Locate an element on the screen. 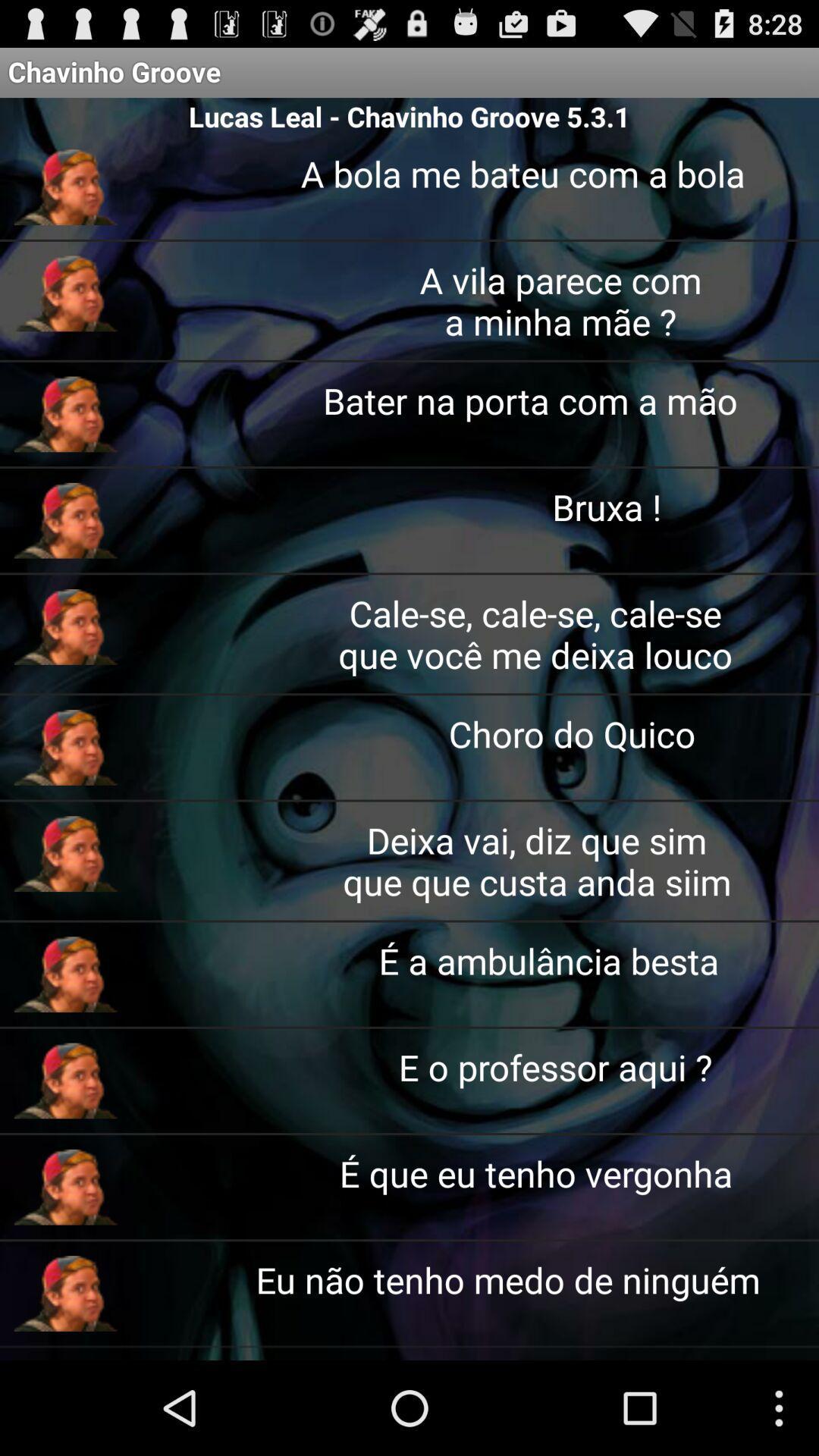 This screenshot has height=1456, width=819. last but two image is located at coordinates (65, 1080).